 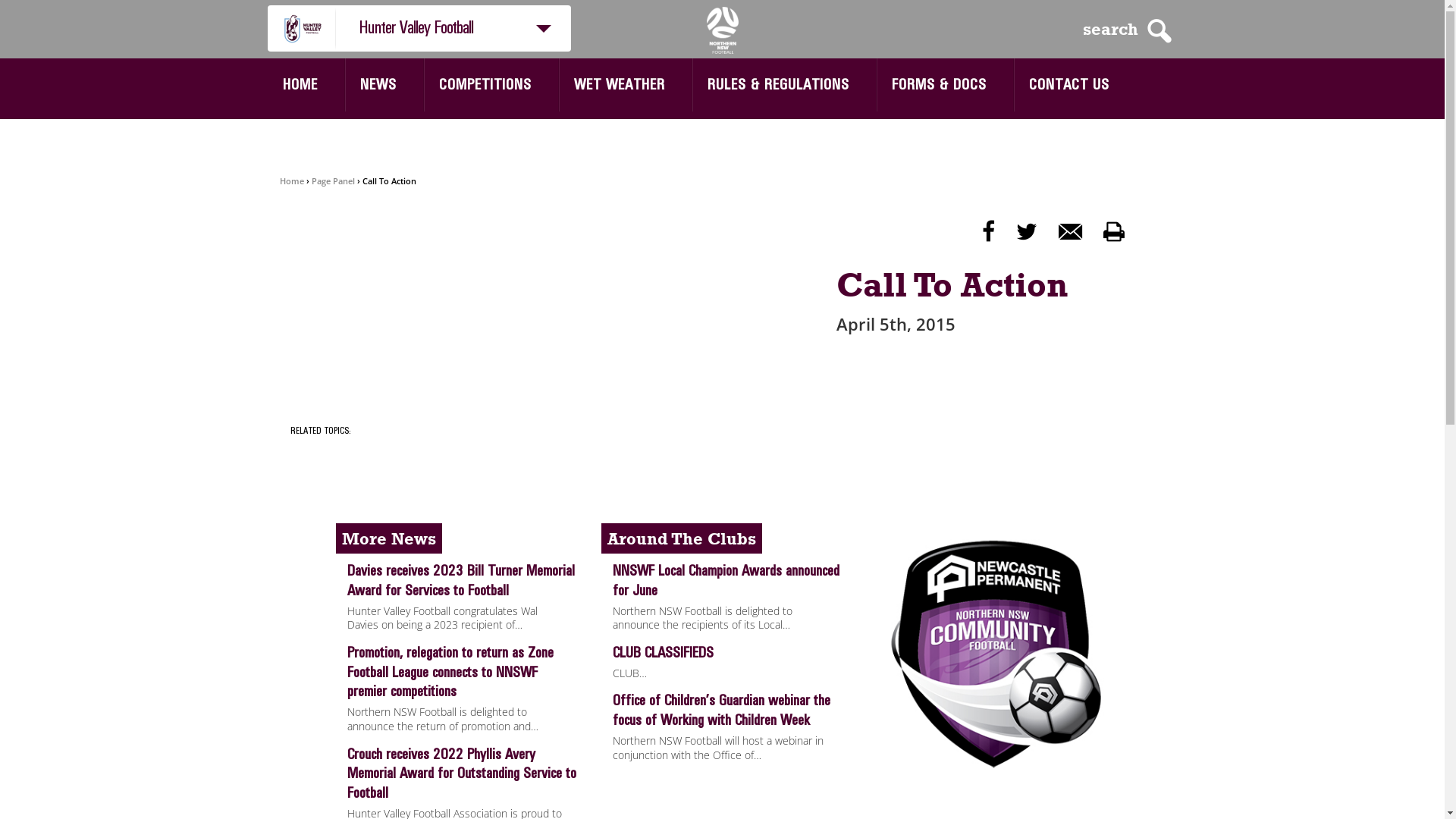 What do you see at coordinates (1068, 84) in the screenshot?
I see `'CONTACT US'` at bounding box center [1068, 84].